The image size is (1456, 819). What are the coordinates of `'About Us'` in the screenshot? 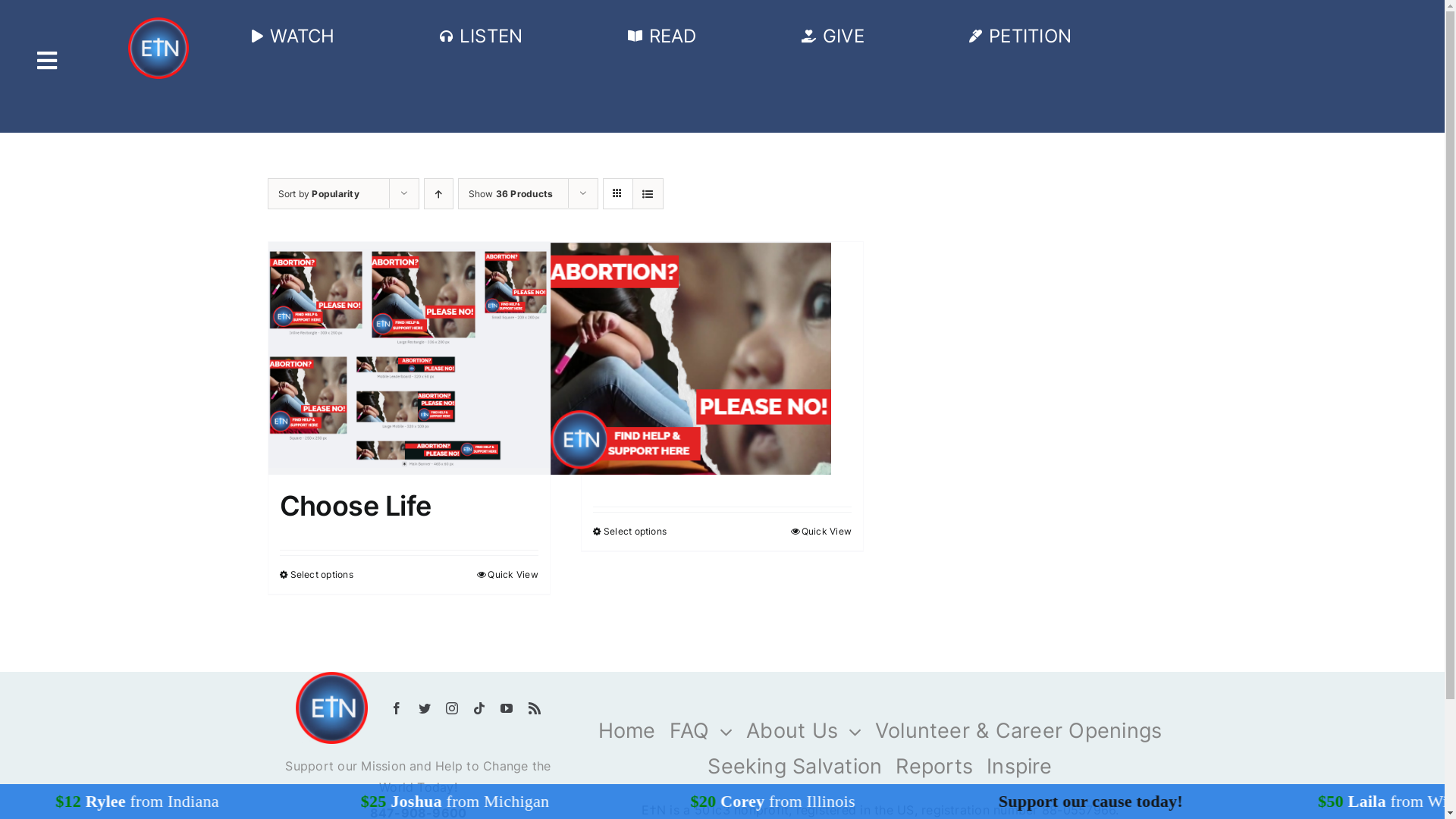 It's located at (803, 730).